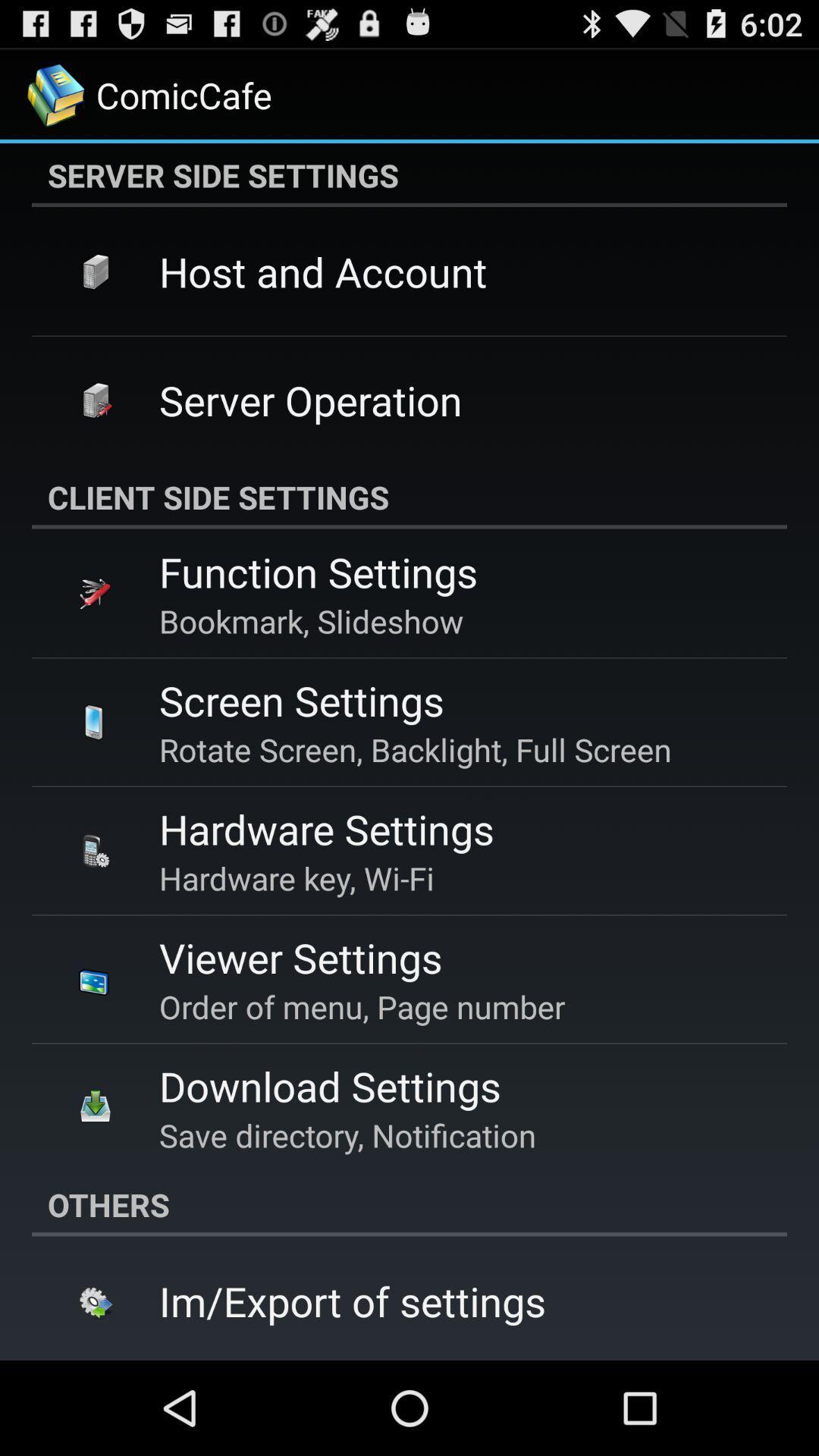 The width and height of the screenshot is (819, 1456). What do you see at coordinates (301, 699) in the screenshot?
I see `app above rotate screen backlight app` at bounding box center [301, 699].